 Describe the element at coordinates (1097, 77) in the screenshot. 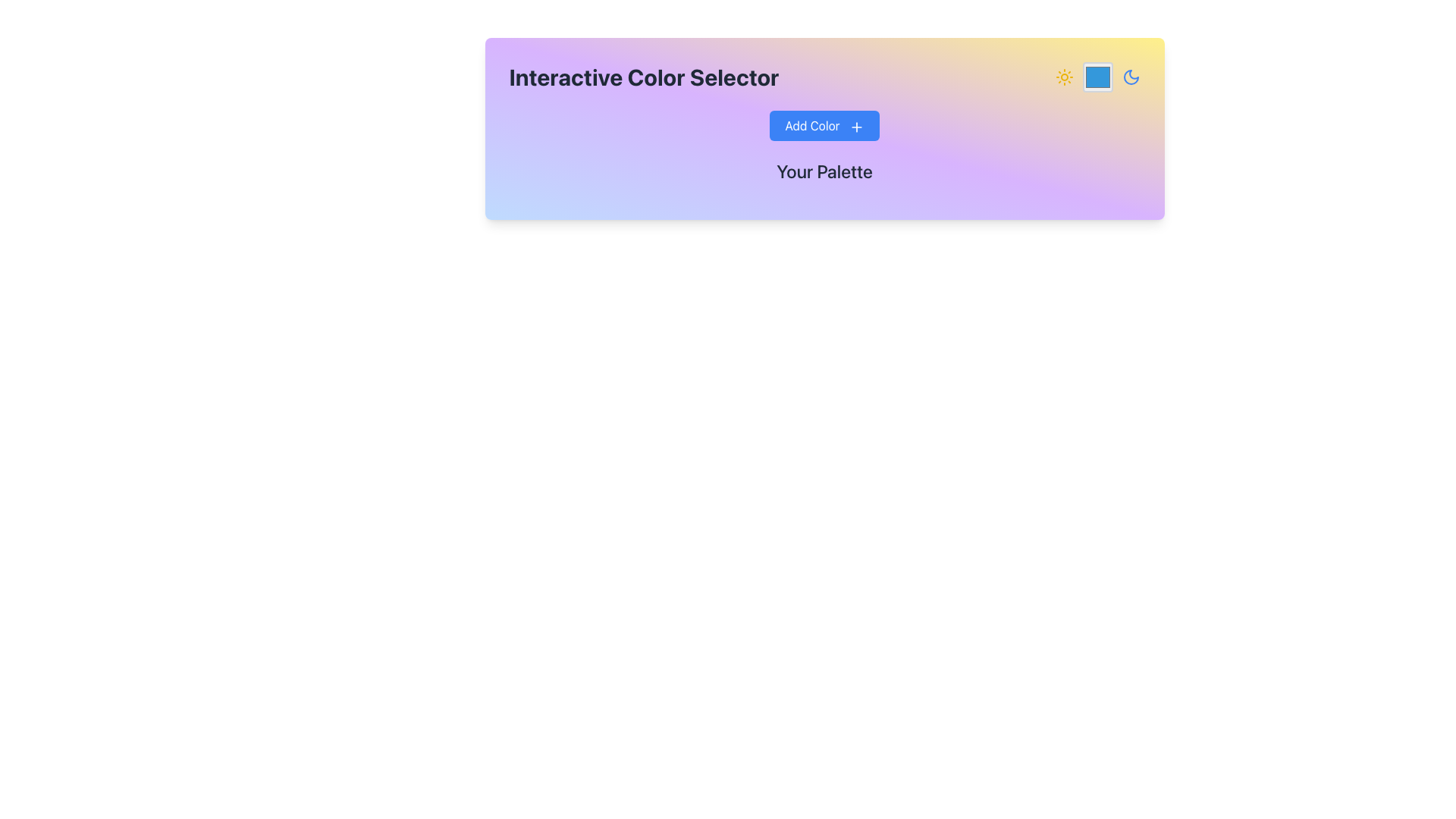

I see `the color picker located in the top-right corner of the UI` at that location.